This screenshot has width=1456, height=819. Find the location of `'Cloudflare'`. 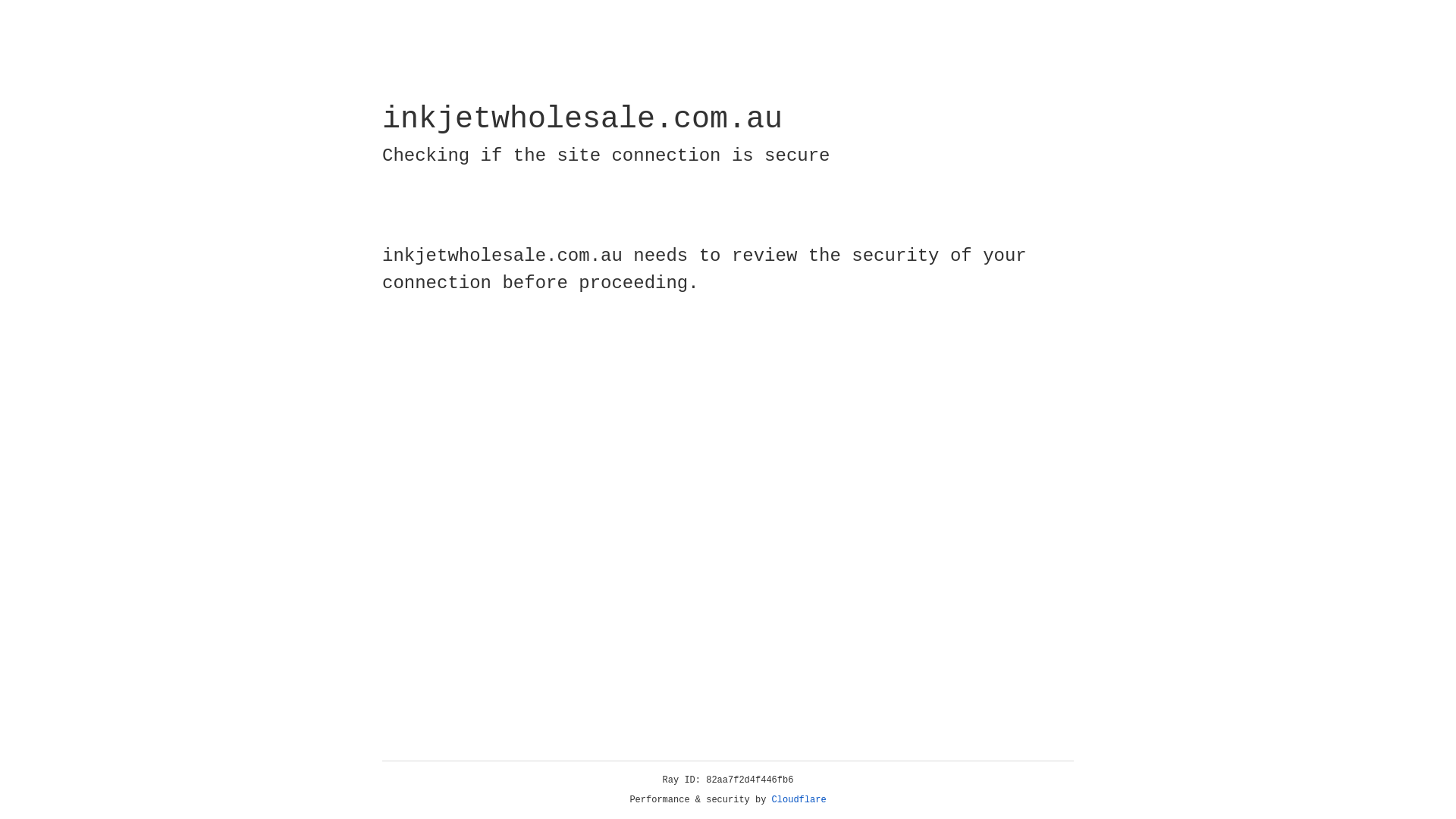

'Cloudflare' is located at coordinates (799, 799).